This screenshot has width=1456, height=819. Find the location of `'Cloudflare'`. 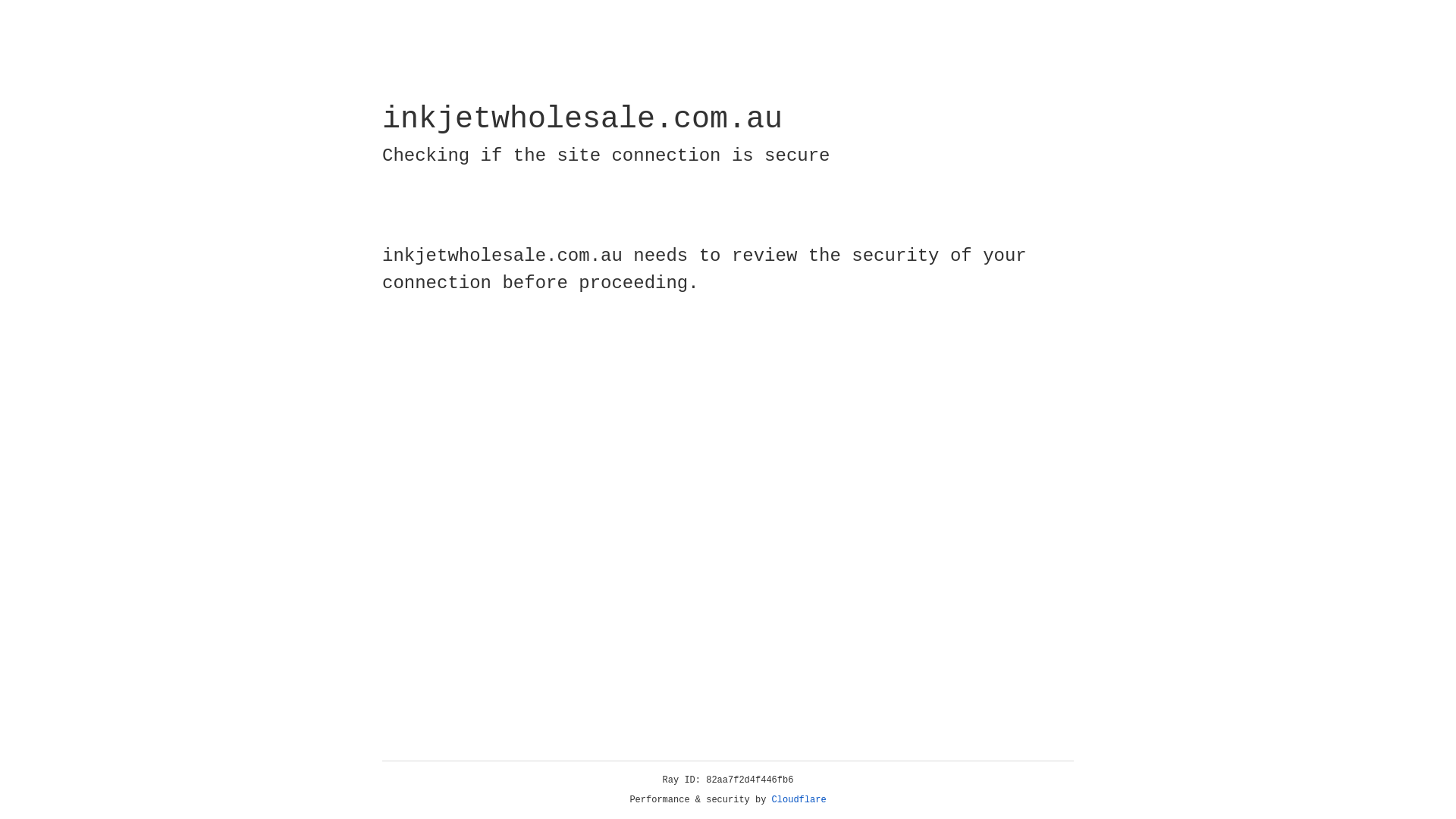

'Cloudflare' is located at coordinates (799, 799).